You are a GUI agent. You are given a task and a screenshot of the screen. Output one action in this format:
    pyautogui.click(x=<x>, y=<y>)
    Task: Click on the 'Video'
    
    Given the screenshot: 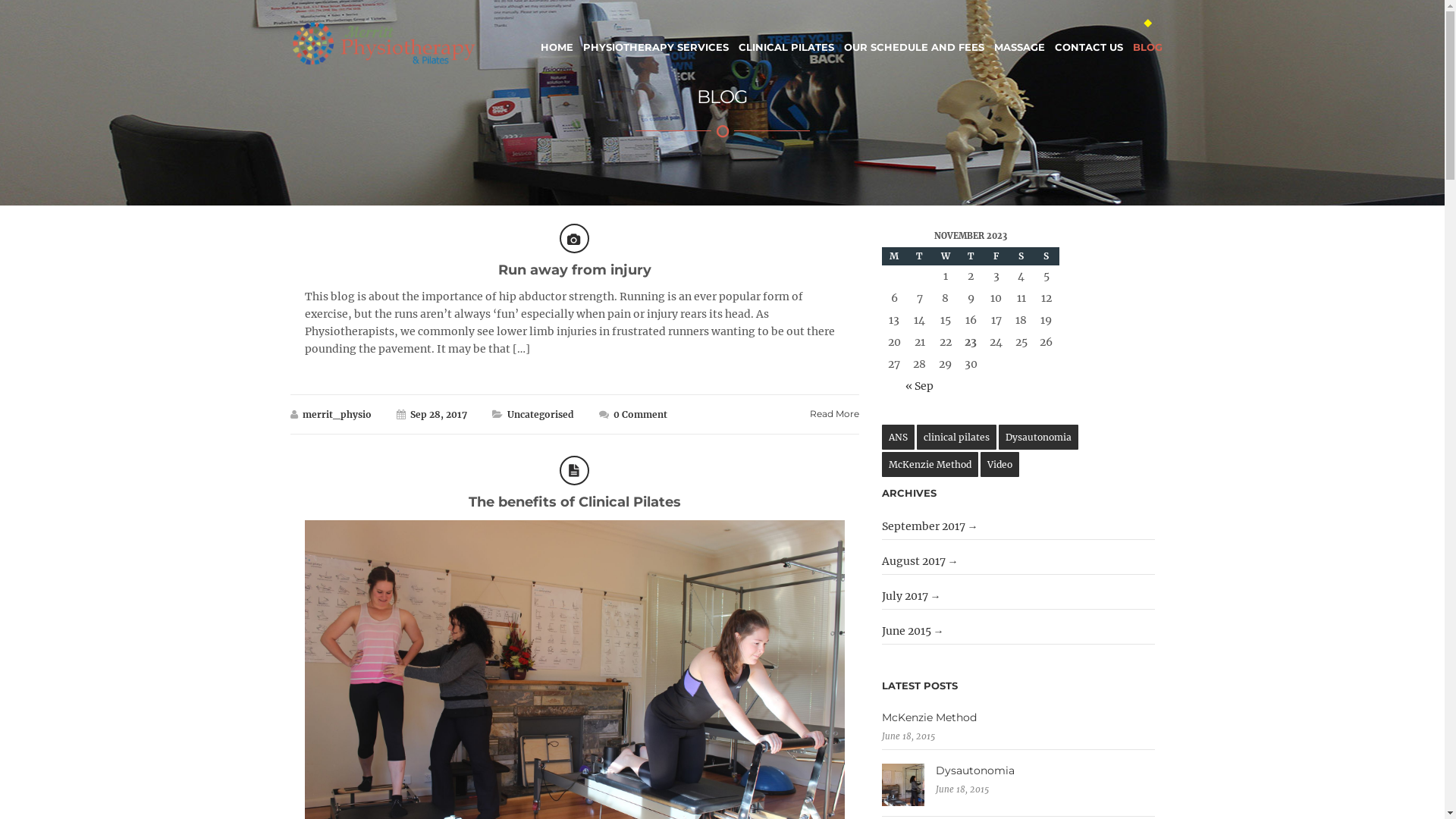 What is the action you would take?
    pyautogui.click(x=999, y=463)
    